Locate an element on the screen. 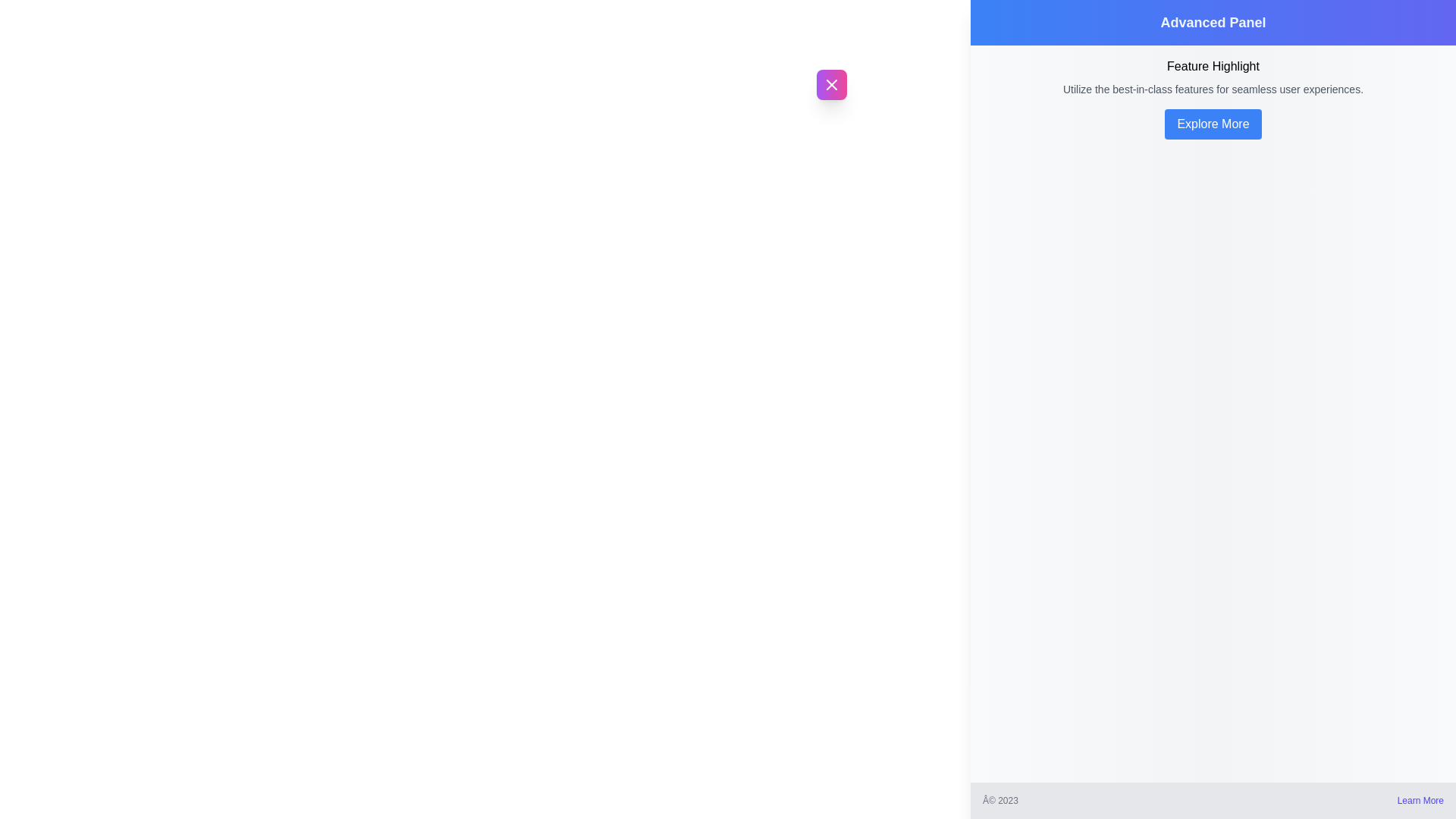 This screenshot has width=1456, height=819. the prominently styled button with rounded corners and a blue background that has the text 'Explore More' in white, located below the subtitle 'Feature Highlight' in the 'Advanced Panel' group is located at coordinates (1212, 124).